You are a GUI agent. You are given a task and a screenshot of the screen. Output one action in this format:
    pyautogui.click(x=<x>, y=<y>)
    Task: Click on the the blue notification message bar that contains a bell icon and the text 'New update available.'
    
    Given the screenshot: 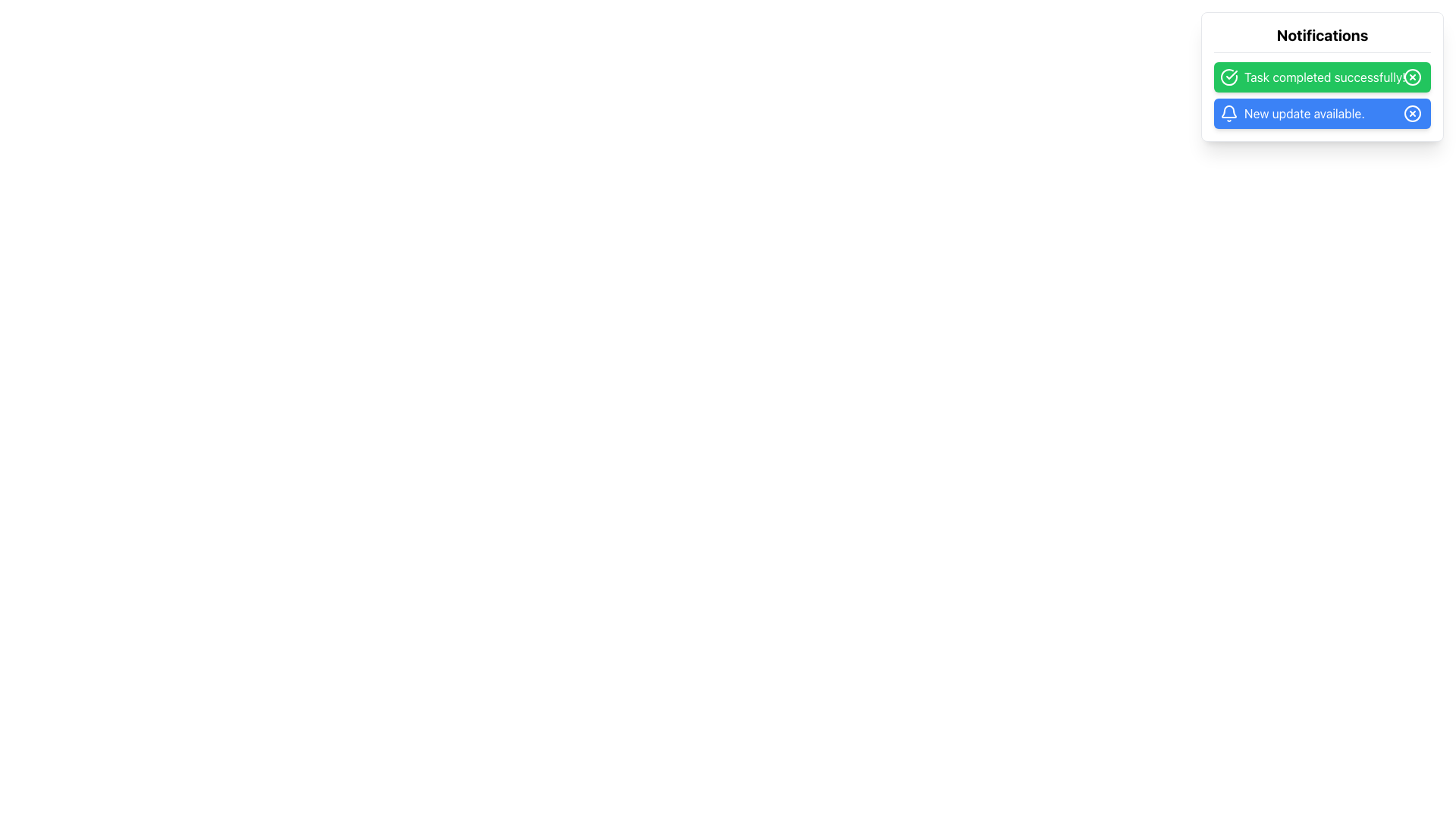 What is the action you would take?
    pyautogui.click(x=1321, y=113)
    